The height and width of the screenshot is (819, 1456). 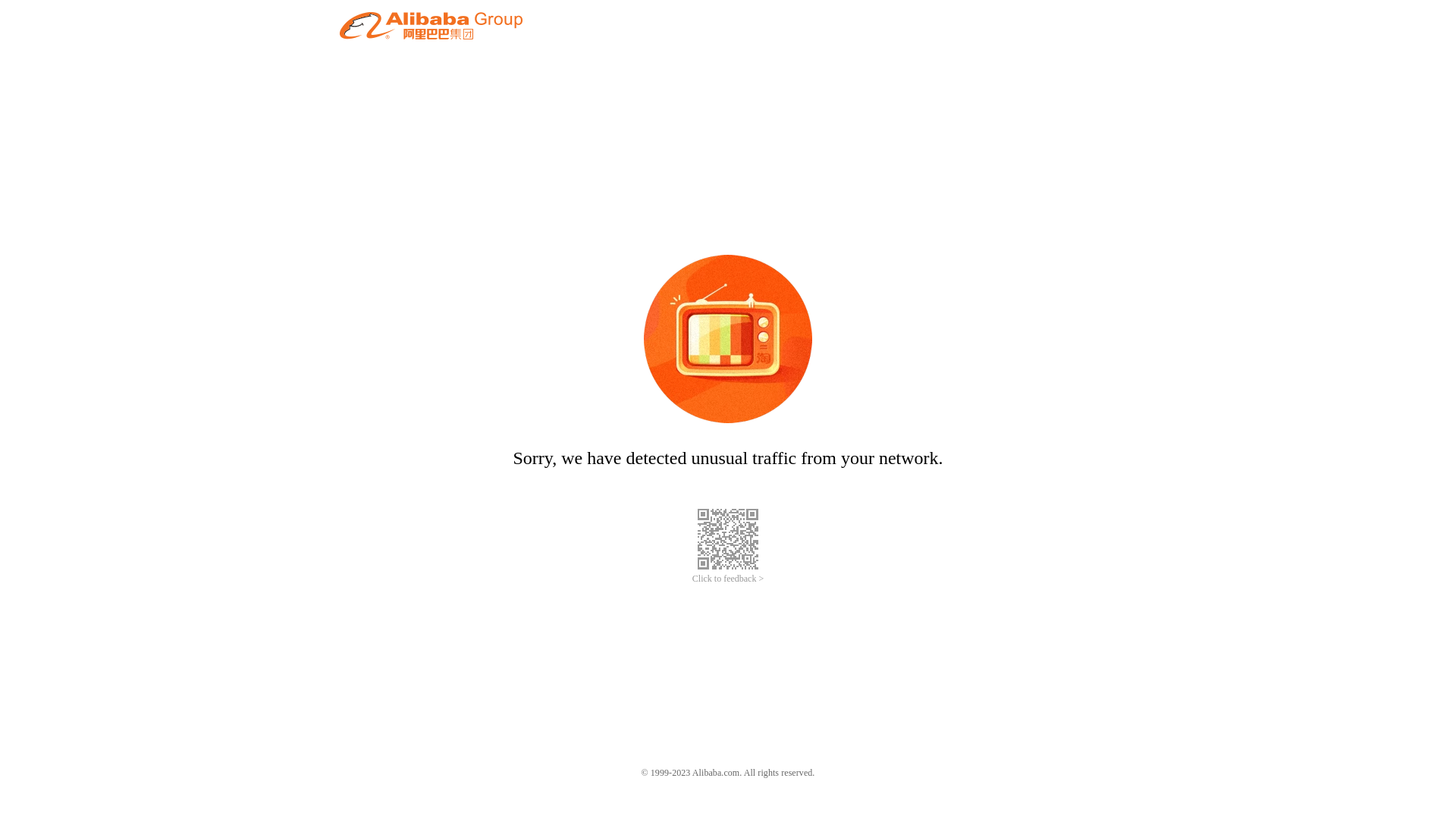 I want to click on 'Click to feedback >', so click(x=691, y=579).